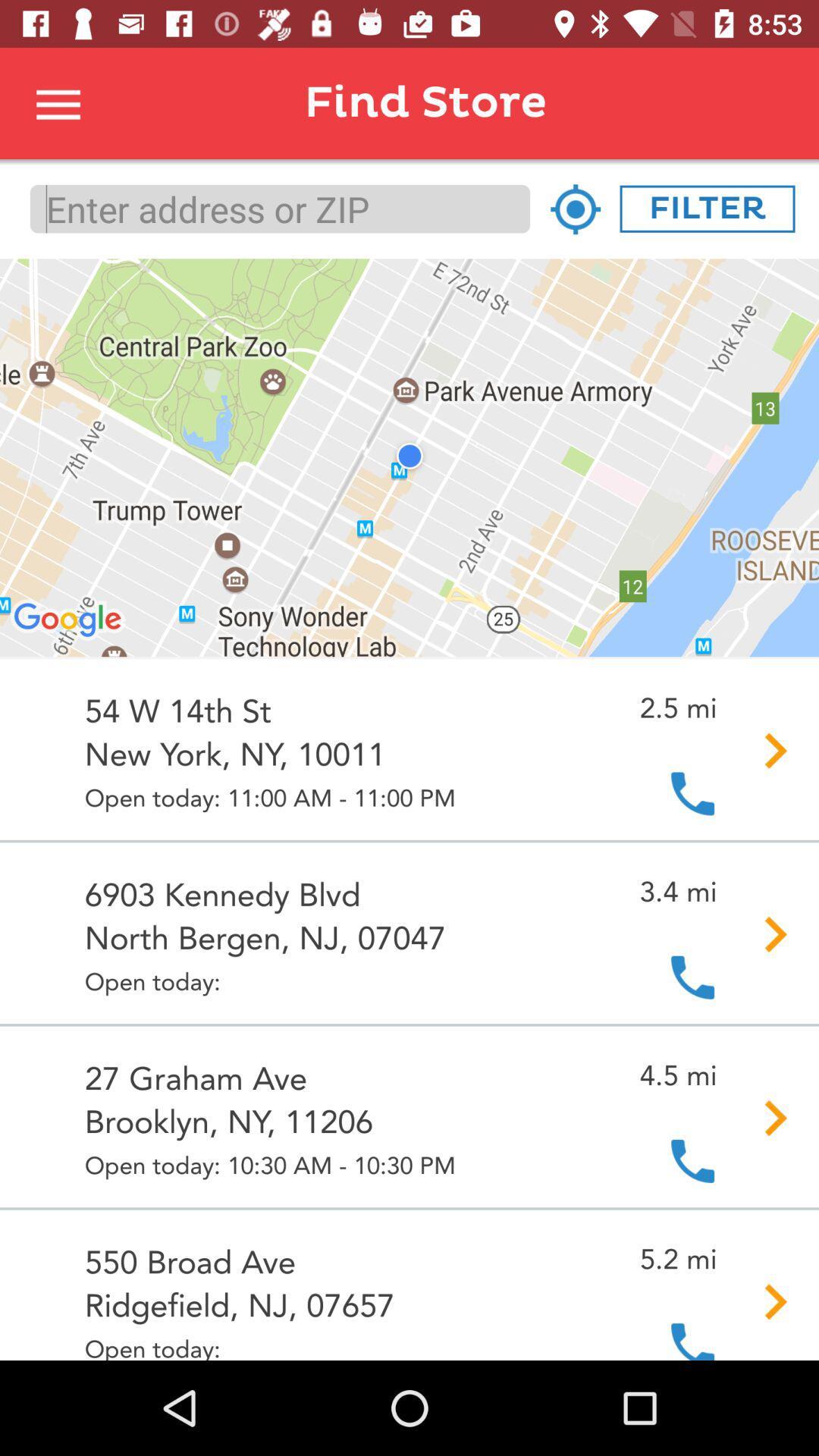  Describe the element at coordinates (692, 1159) in the screenshot. I see `third call symbol from top` at that location.